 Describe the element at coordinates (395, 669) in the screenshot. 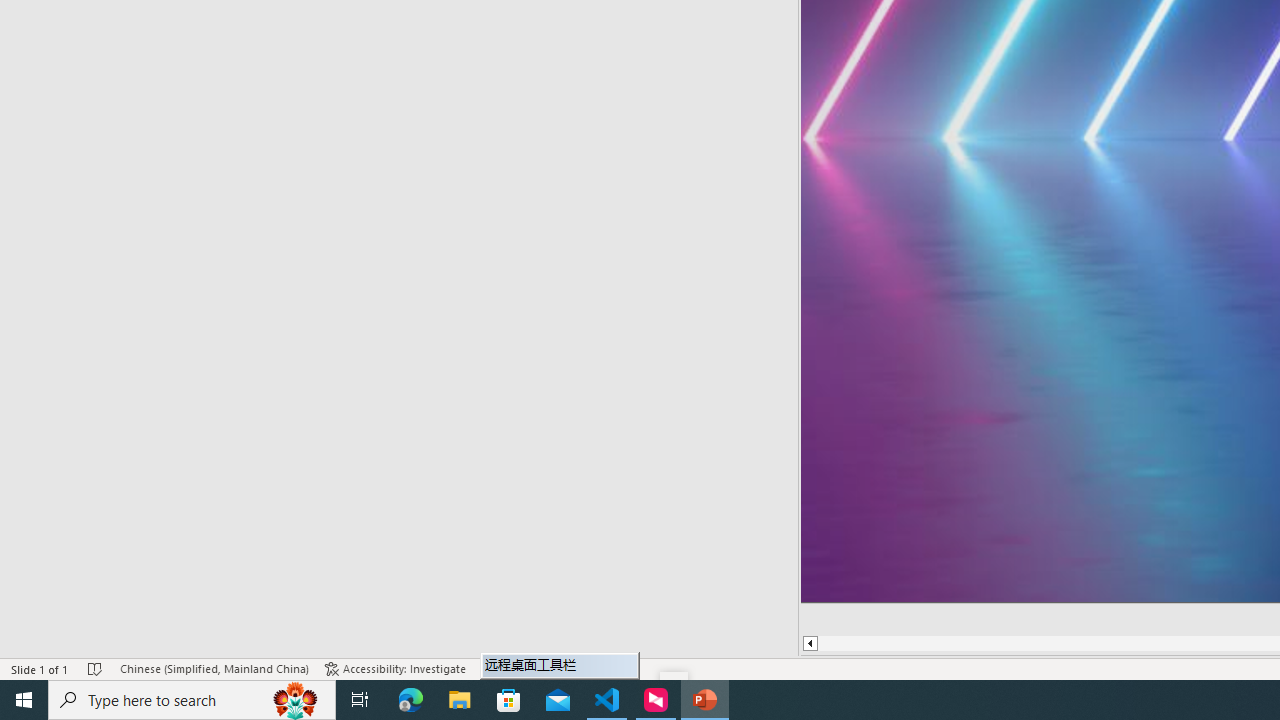

I see `'Accessibility Checker Accessibility: Investigate'` at that location.